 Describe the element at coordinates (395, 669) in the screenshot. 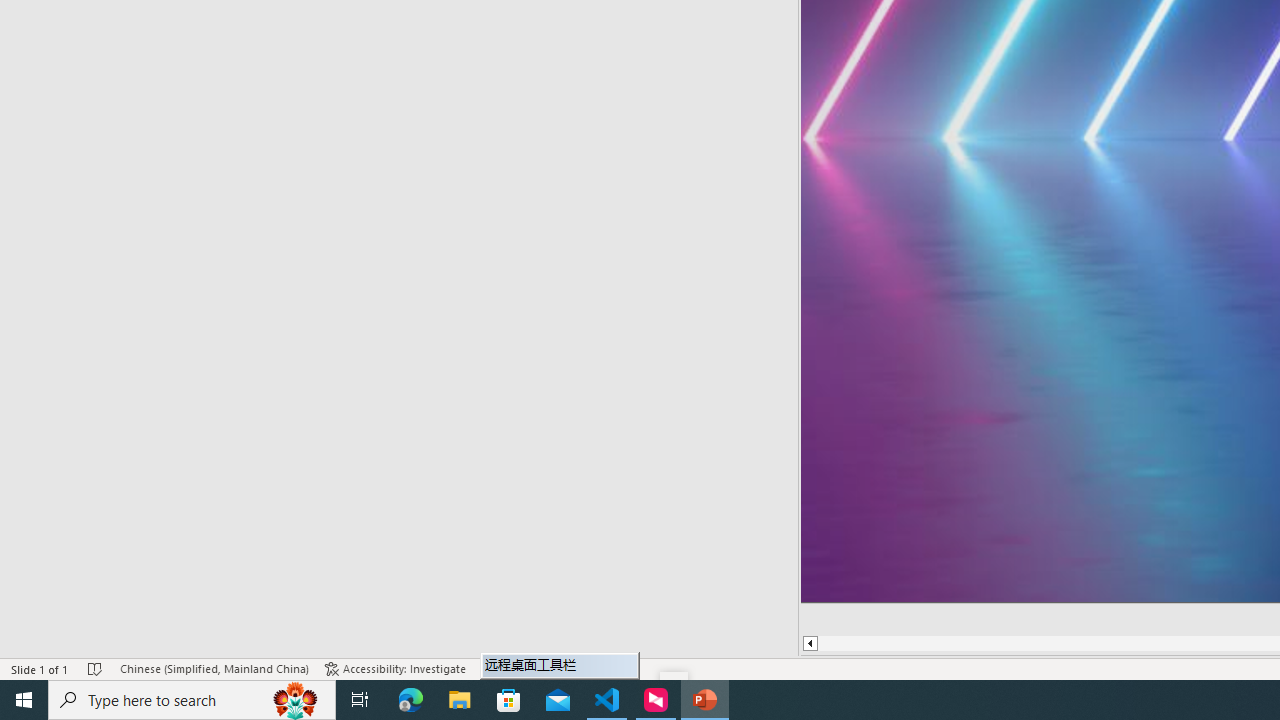

I see `'Accessibility Checker Accessibility: Investigate'` at that location.